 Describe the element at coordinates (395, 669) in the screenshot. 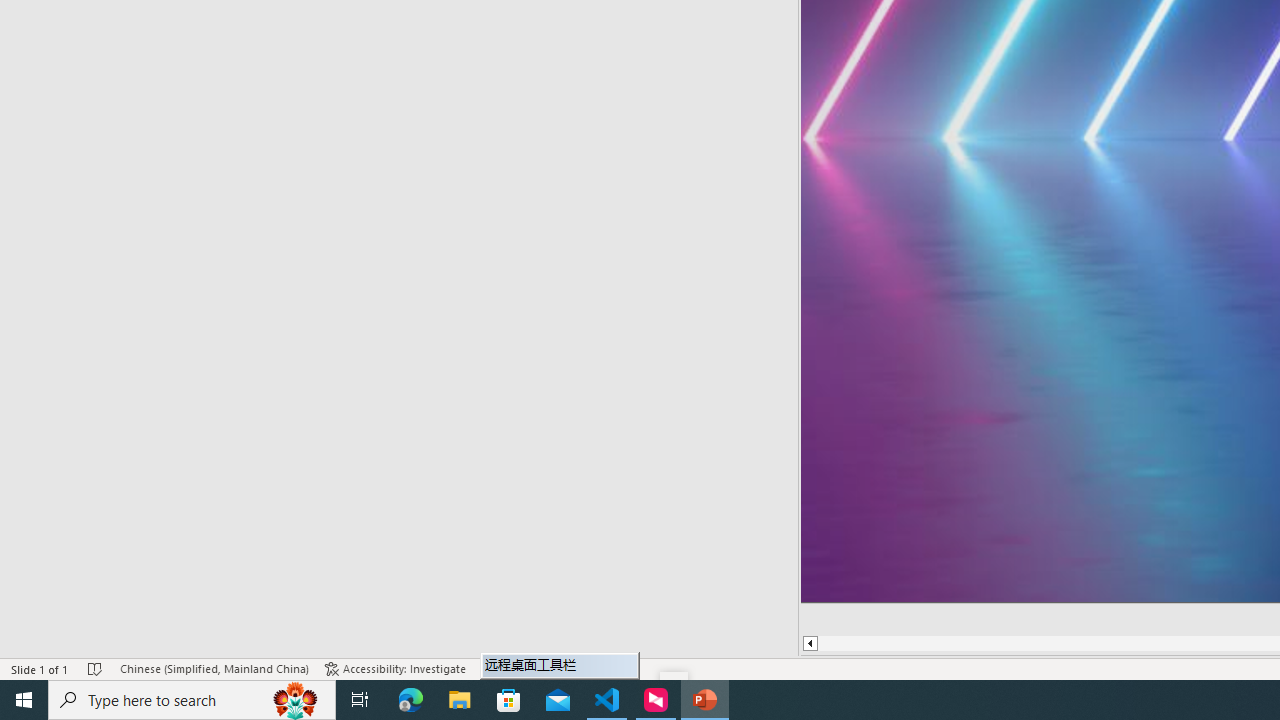

I see `'Accessibility Checker Accessibility: Investigate'` at that location.